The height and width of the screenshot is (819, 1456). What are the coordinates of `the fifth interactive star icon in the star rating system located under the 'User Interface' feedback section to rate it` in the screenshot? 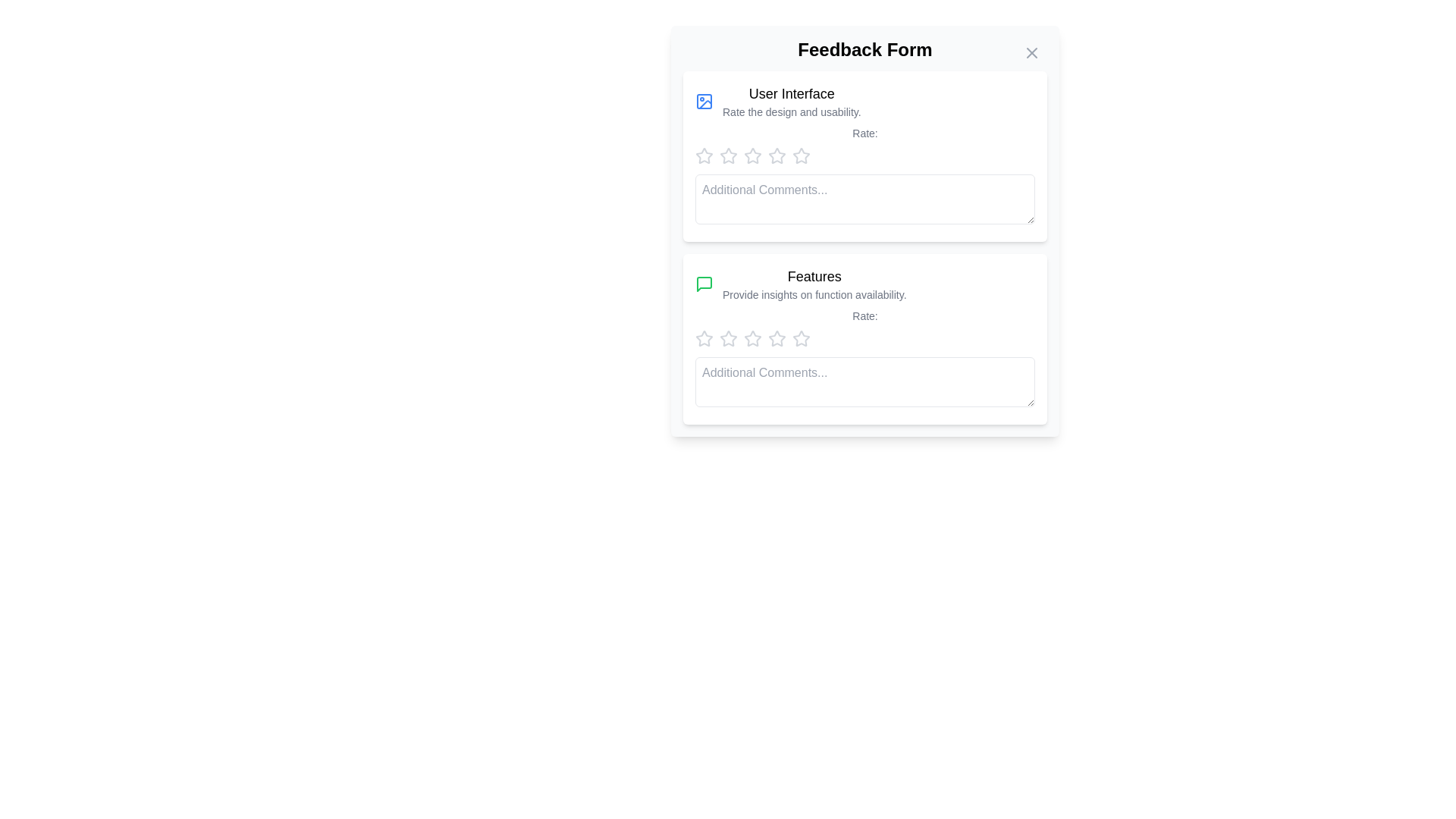 It's located at (777, 155).